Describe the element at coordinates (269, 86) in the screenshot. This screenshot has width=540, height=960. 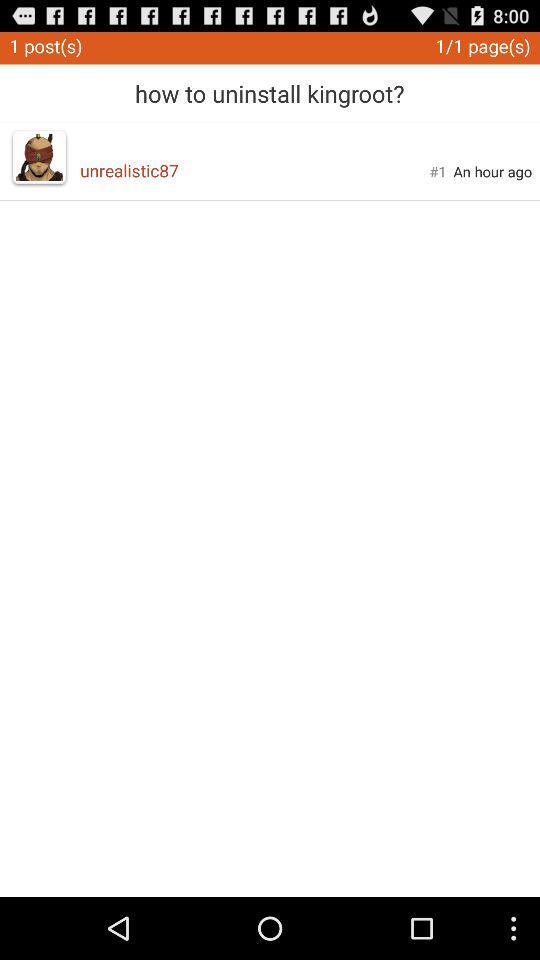
I see `the app next to the 1 1 page` at that location.